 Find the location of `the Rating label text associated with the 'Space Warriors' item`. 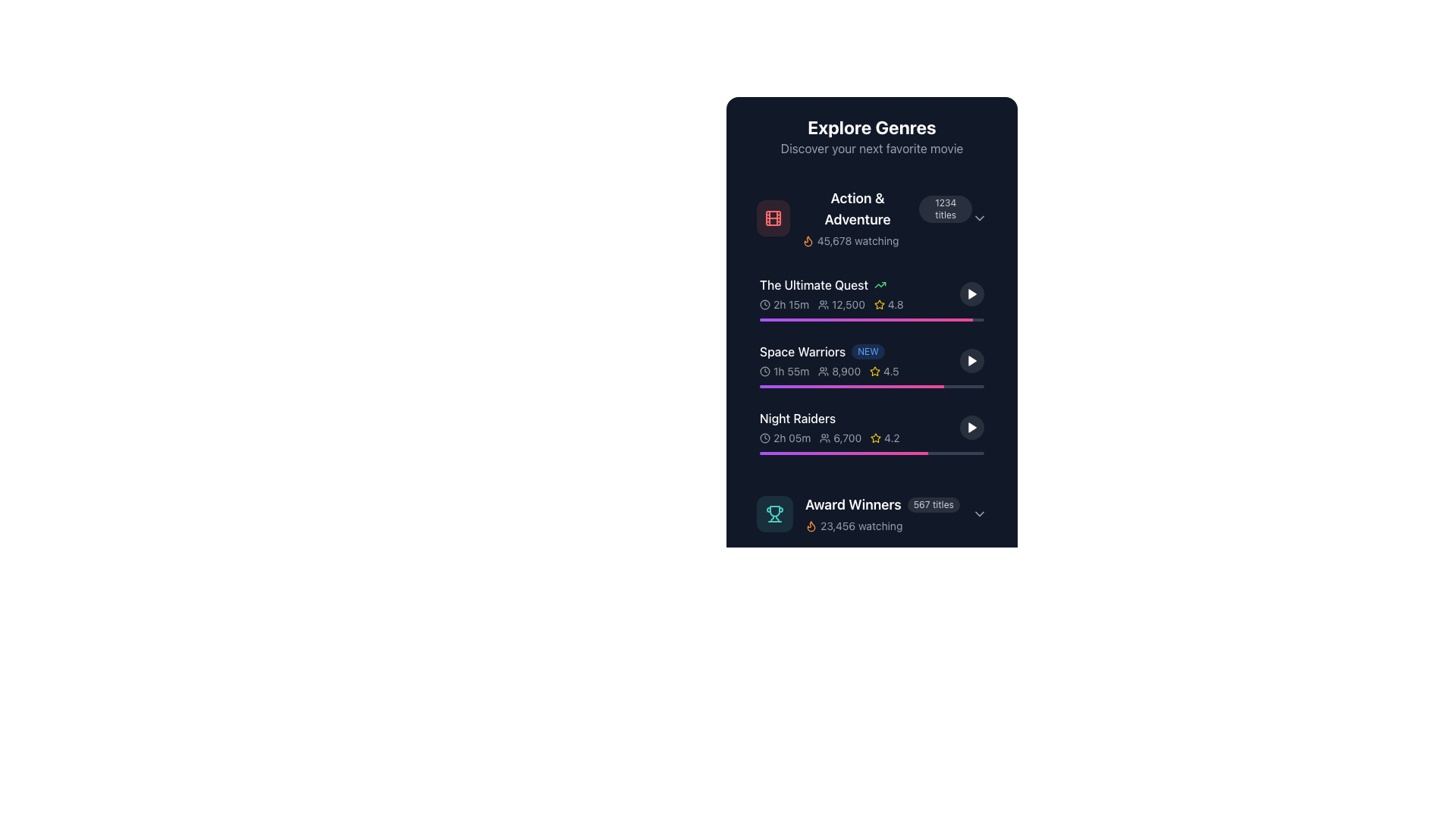

the Rating label text associated with the 'Space Warriors' item is located at coordinates (891, 371).